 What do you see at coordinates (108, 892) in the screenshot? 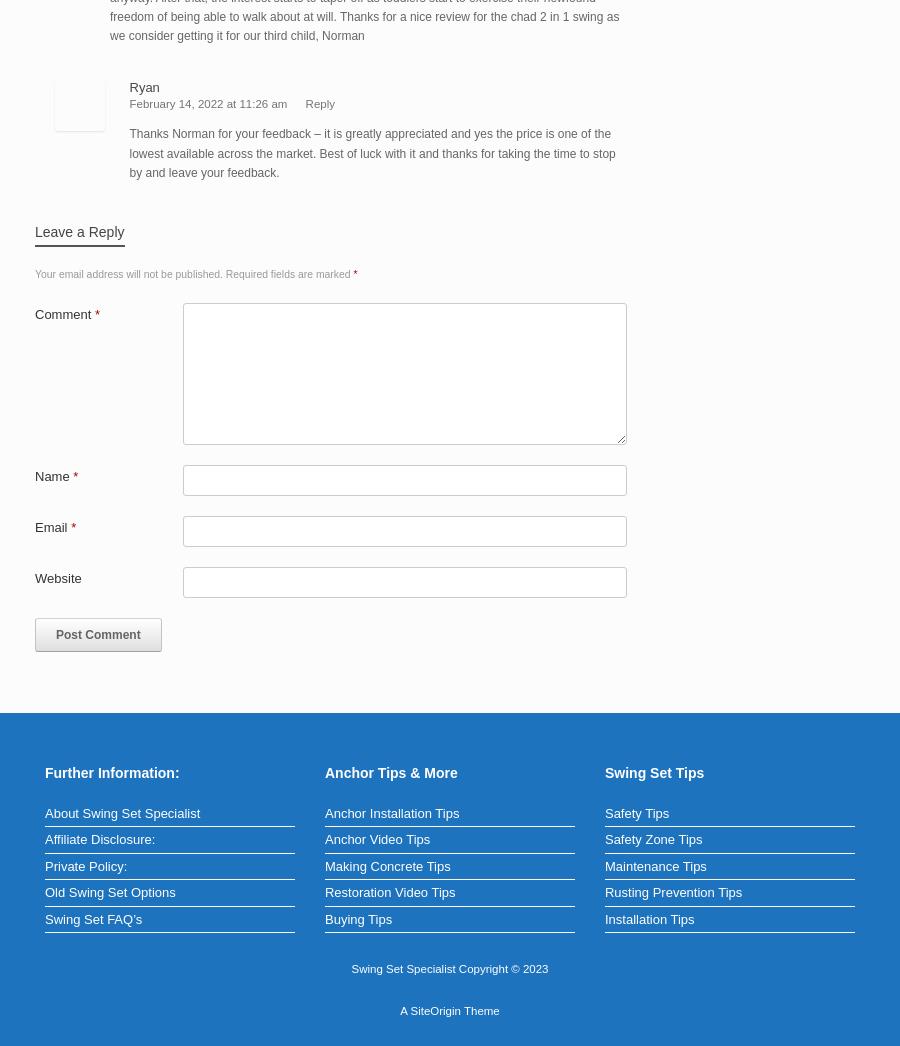
I see `'Old Swing Set Options'` at bounding box center [108, 892].